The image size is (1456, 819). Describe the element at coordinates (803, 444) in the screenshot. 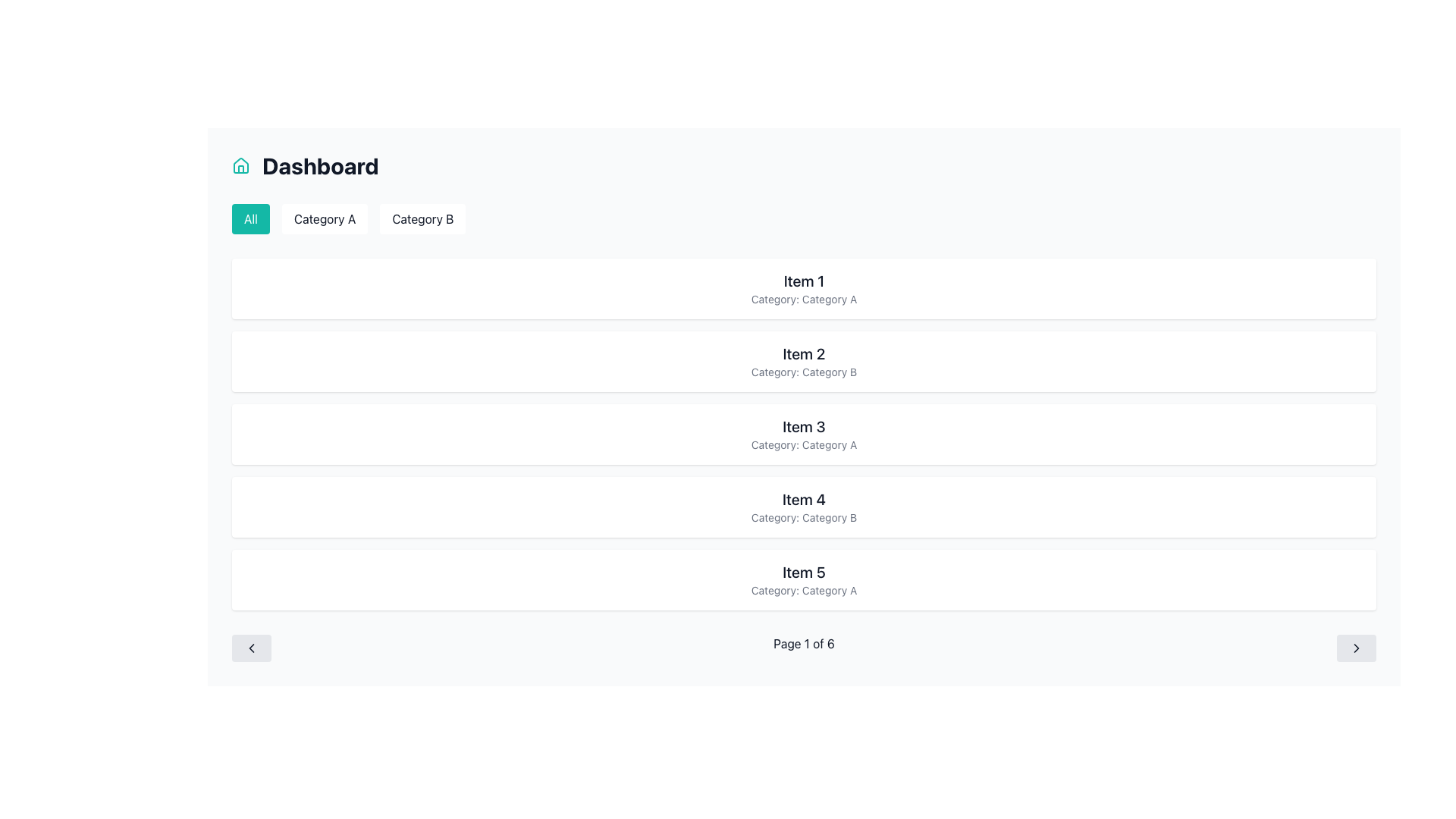

I see `category label text displayed beneath the title 'Item 3' in the card labeled 'Item 3'` at that location.